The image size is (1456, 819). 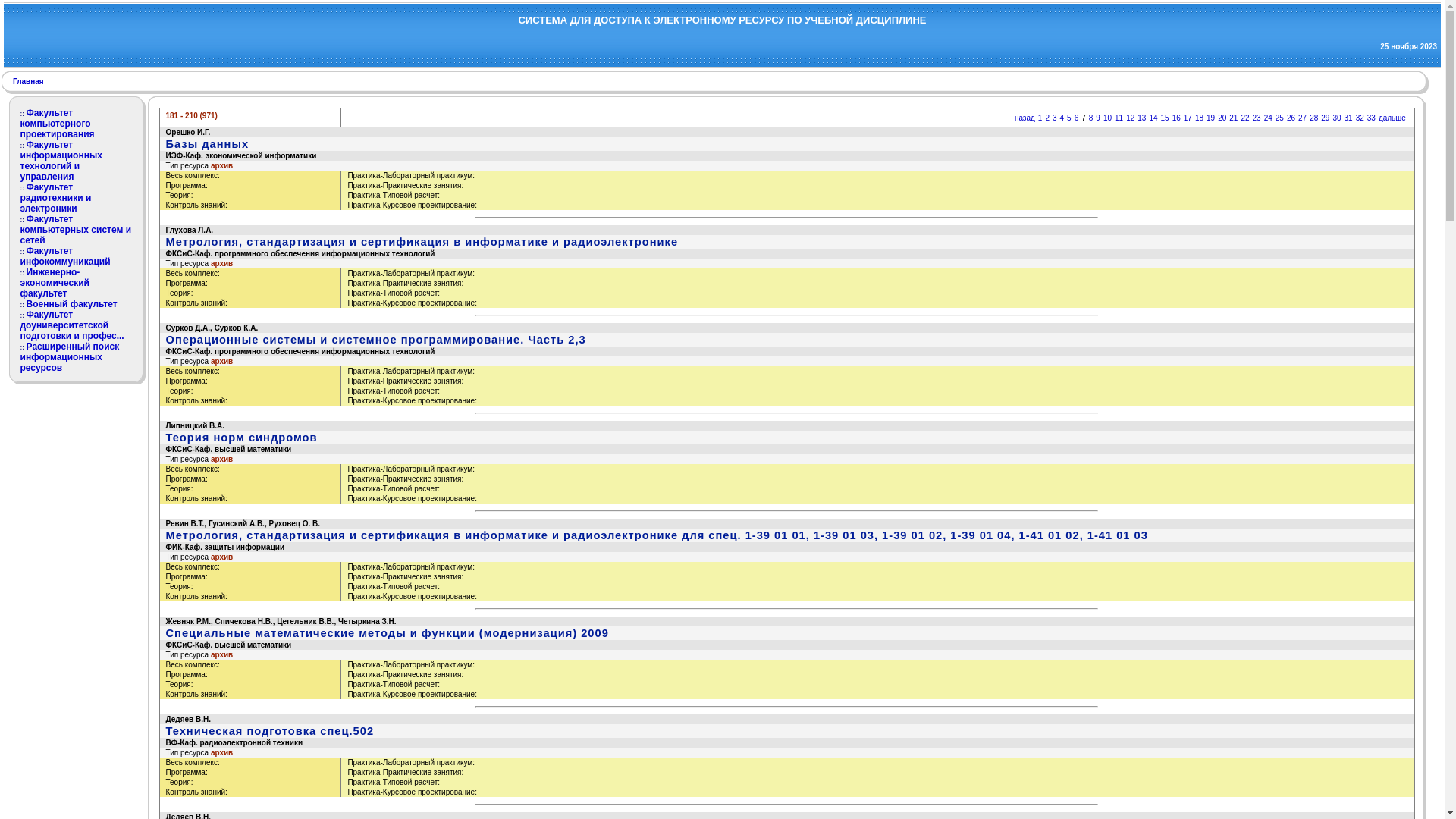 I want to click on '30', so click(x=1336, y=117).